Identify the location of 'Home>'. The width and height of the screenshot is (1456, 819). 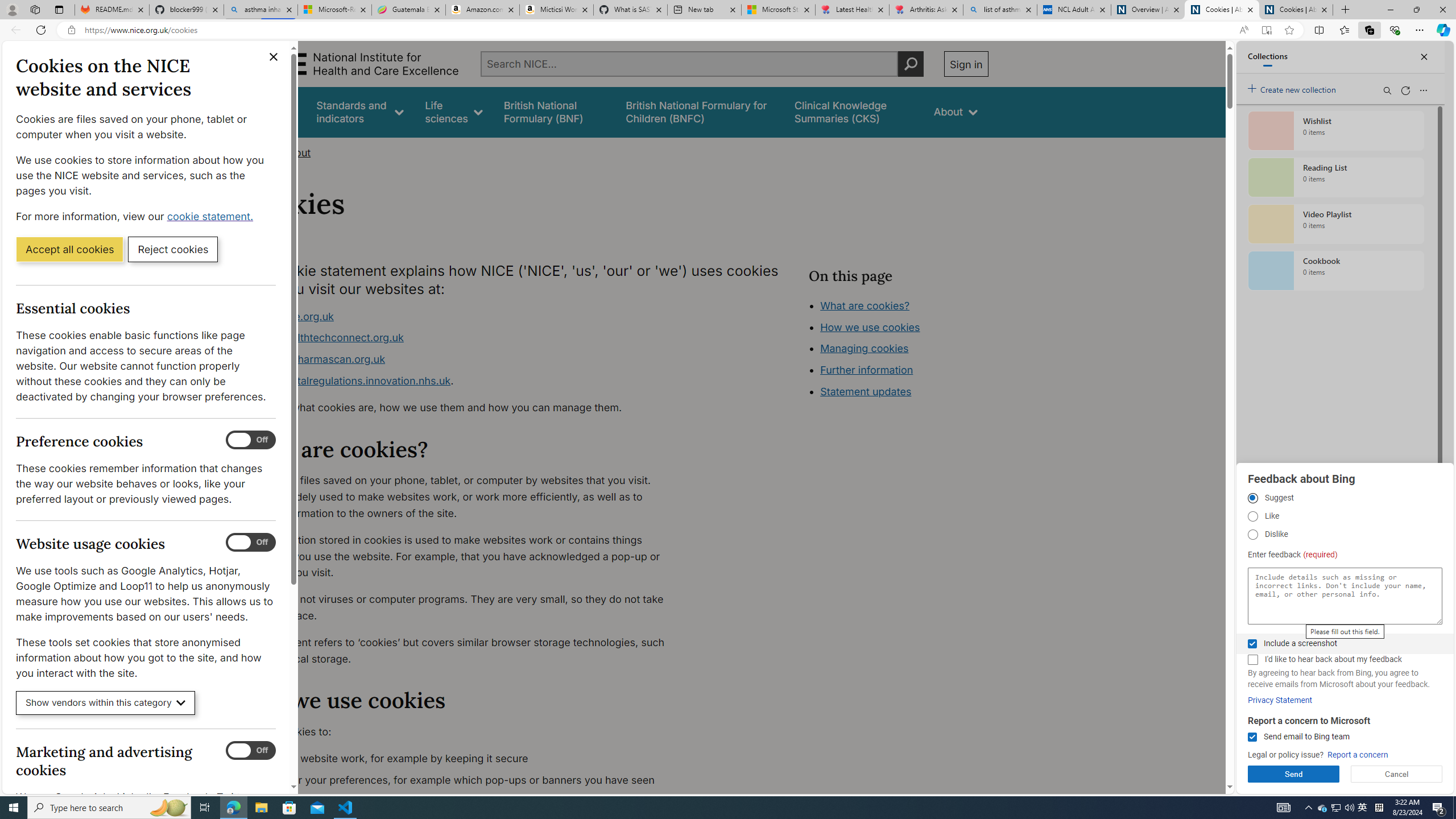
(258, 152).